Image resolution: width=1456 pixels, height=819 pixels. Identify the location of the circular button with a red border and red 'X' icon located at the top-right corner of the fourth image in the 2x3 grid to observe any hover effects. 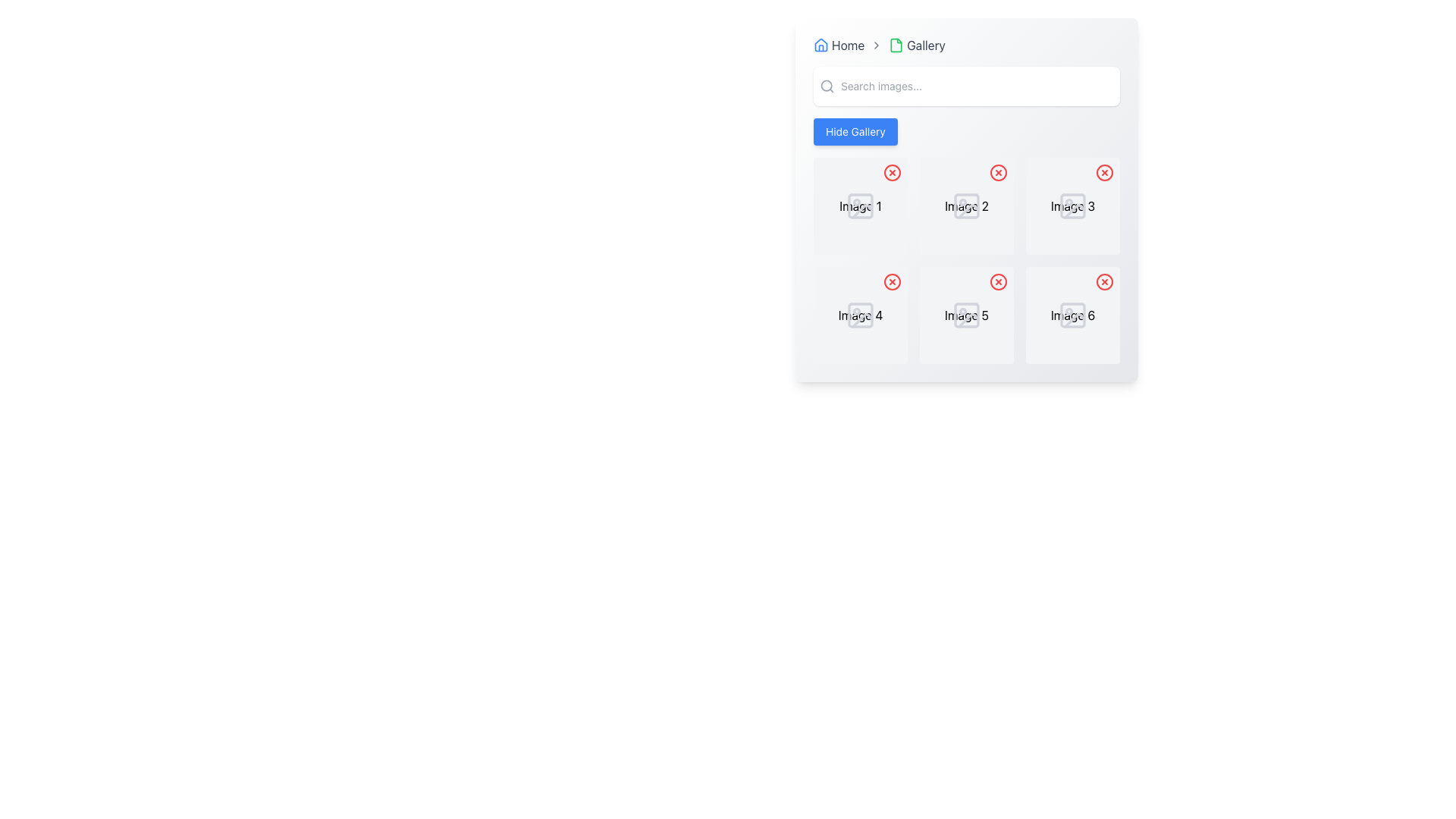
(892, 281).